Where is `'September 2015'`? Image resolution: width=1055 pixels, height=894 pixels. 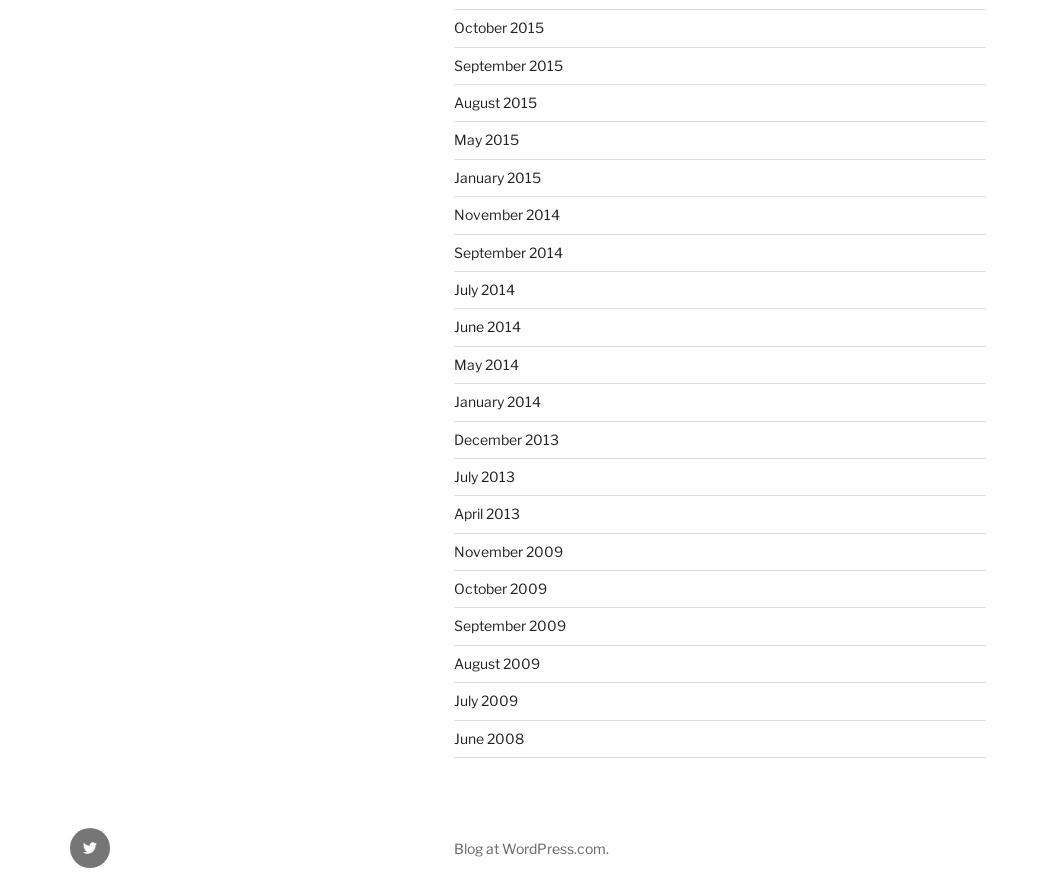 'September 2015' is located at coordinates (508, 64).